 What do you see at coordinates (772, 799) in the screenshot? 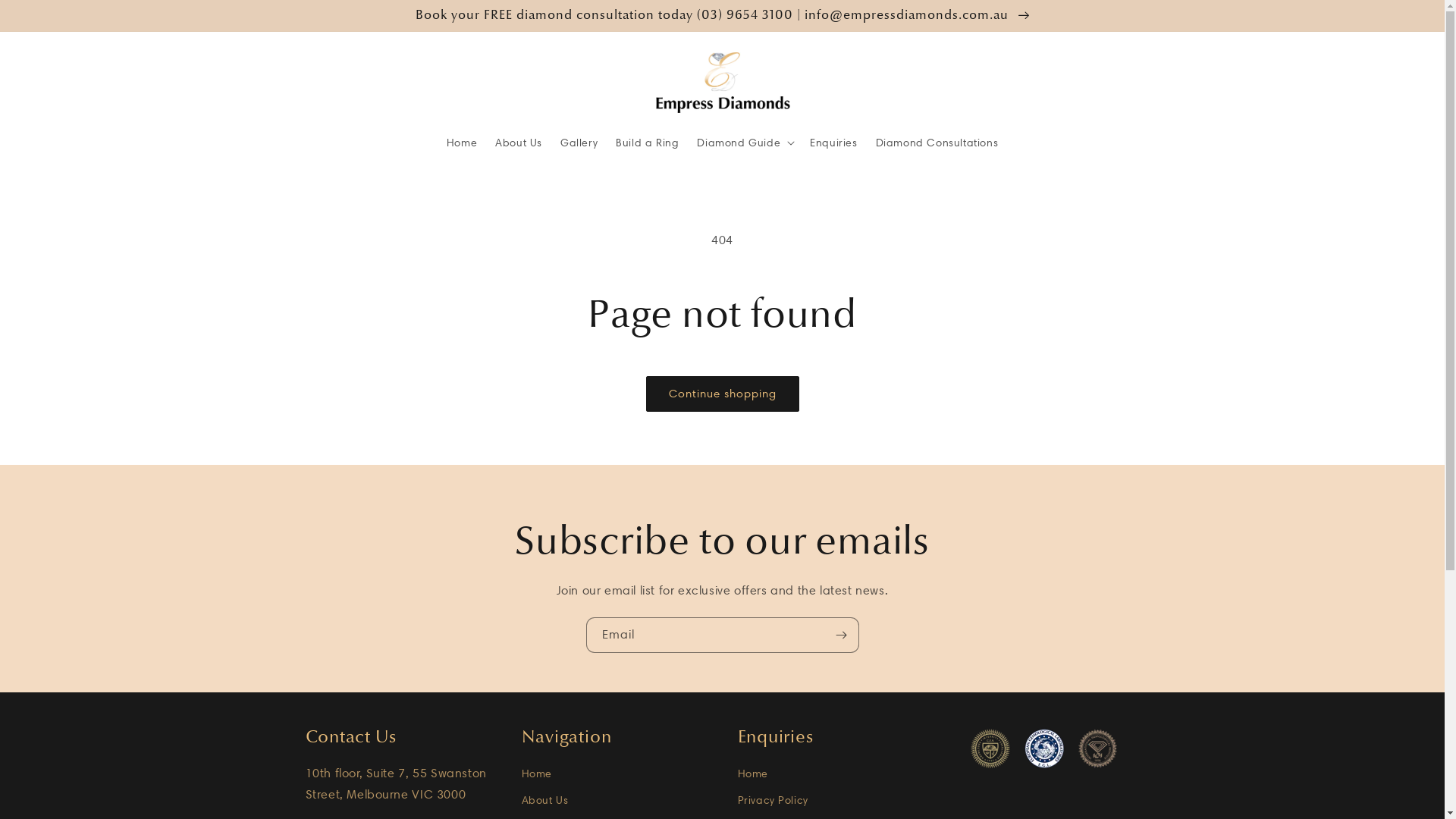
I see `'Privacy Policy'` at bounding box center [772, 799].